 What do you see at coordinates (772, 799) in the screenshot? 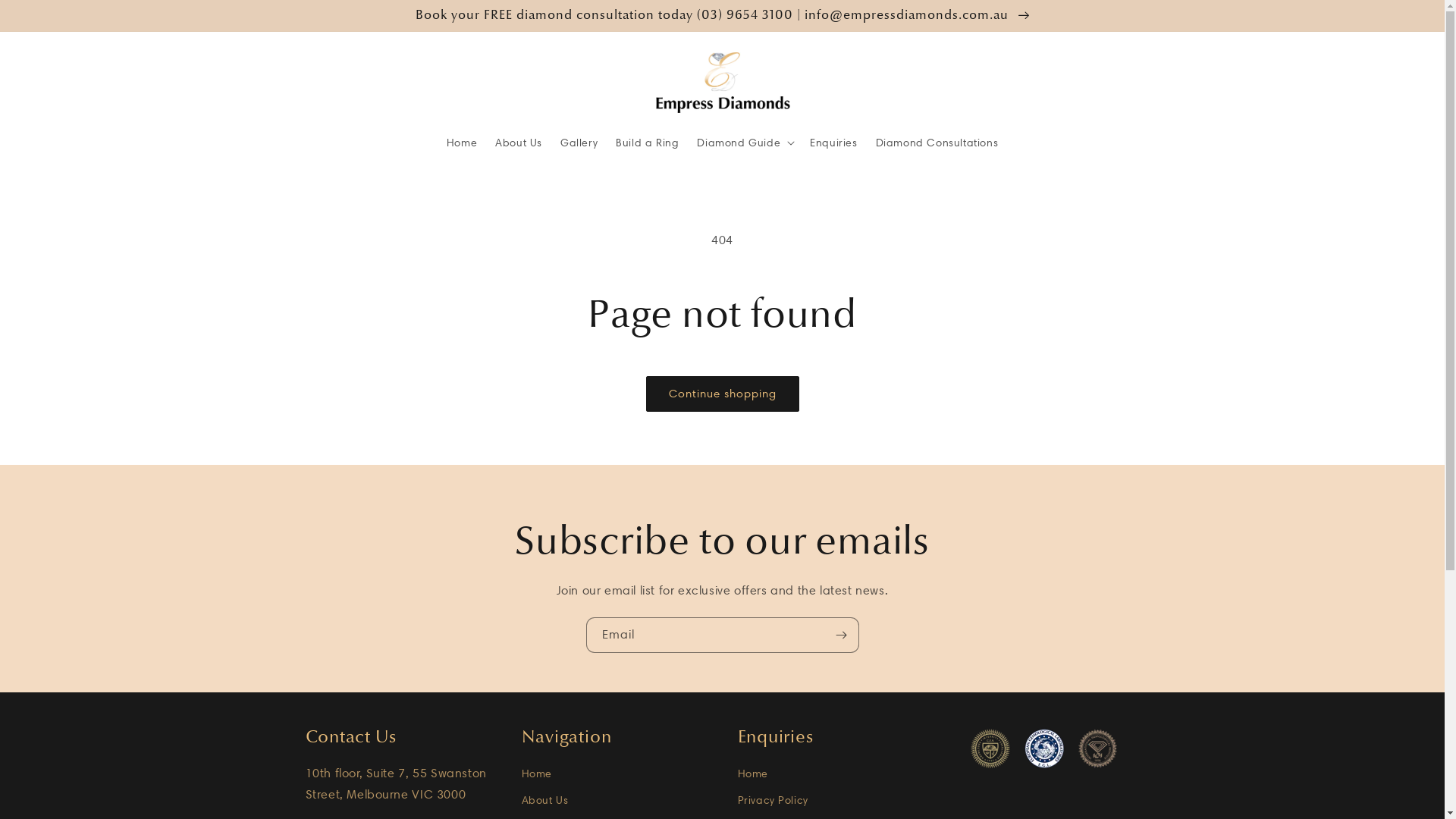
I see `'Privacy Policy'` at bounding box center [772, 799].